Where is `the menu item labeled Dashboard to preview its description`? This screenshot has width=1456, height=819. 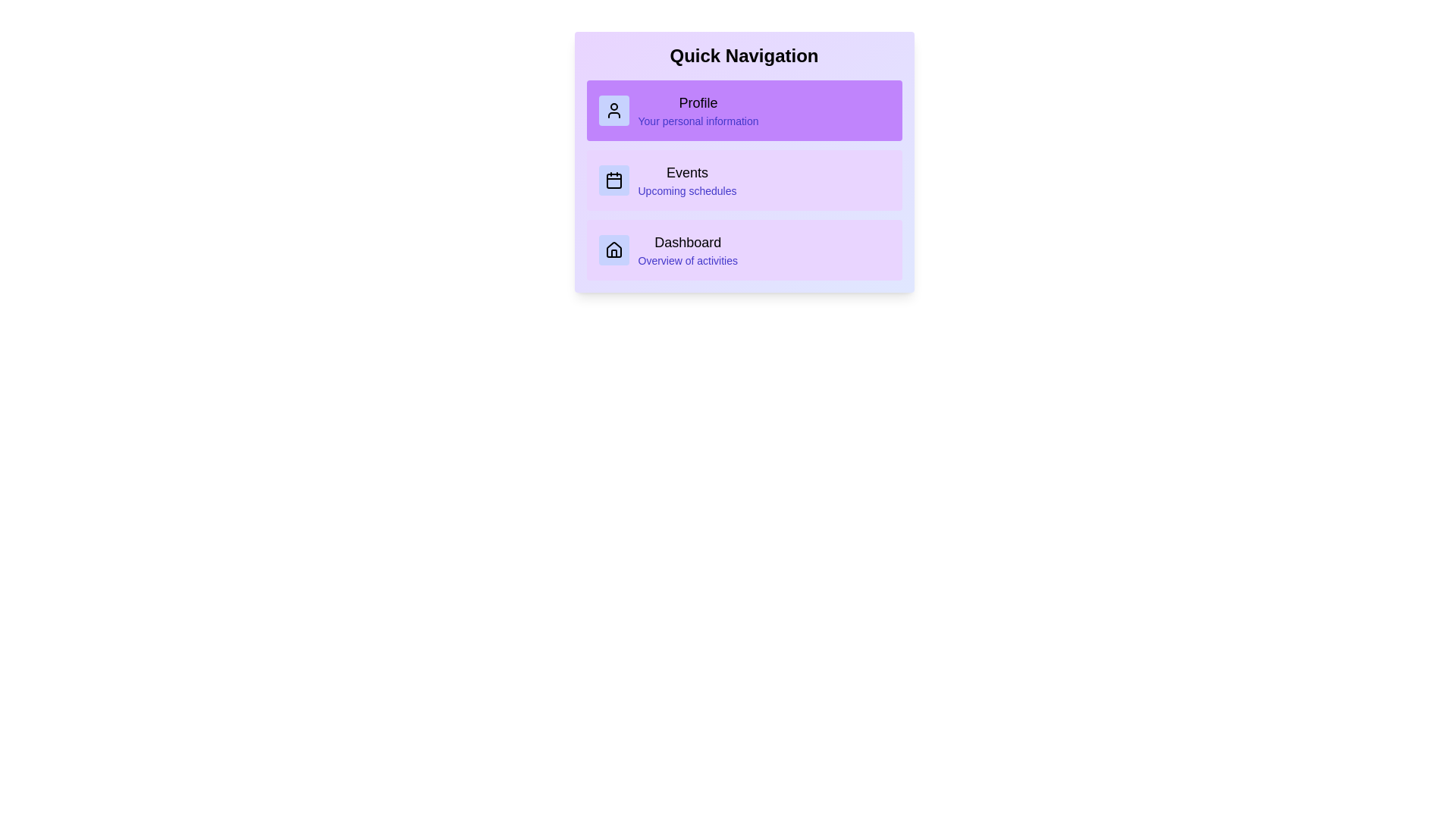 the menu item labeled Dashboard to preview its description is located at coordinates (744, 249).